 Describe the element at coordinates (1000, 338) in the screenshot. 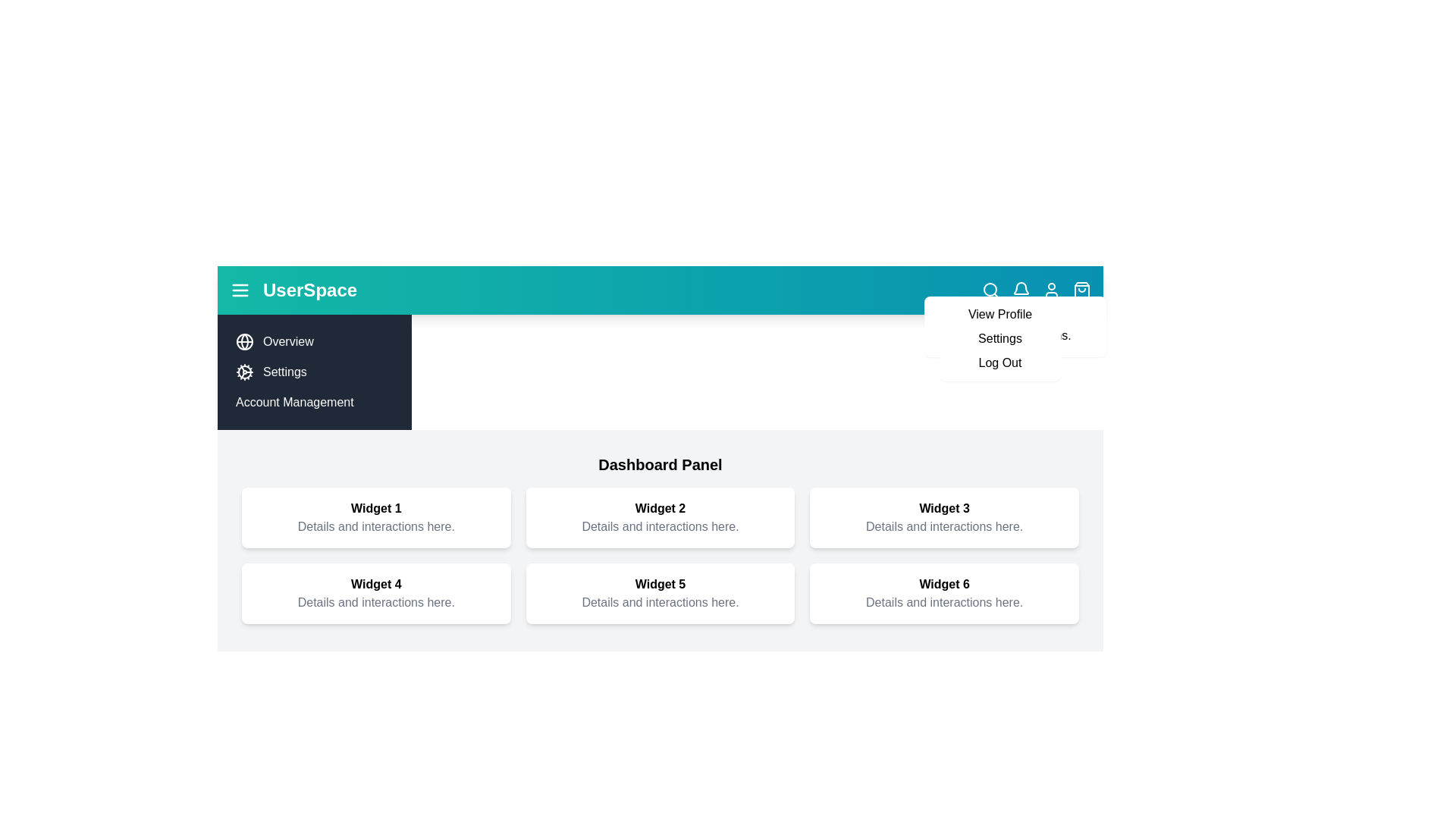

I see `the 'Settings' menu item in the dropdown list, which is the second item among three options ('View Profile', 'Settings', 'Log Out')` at that location.